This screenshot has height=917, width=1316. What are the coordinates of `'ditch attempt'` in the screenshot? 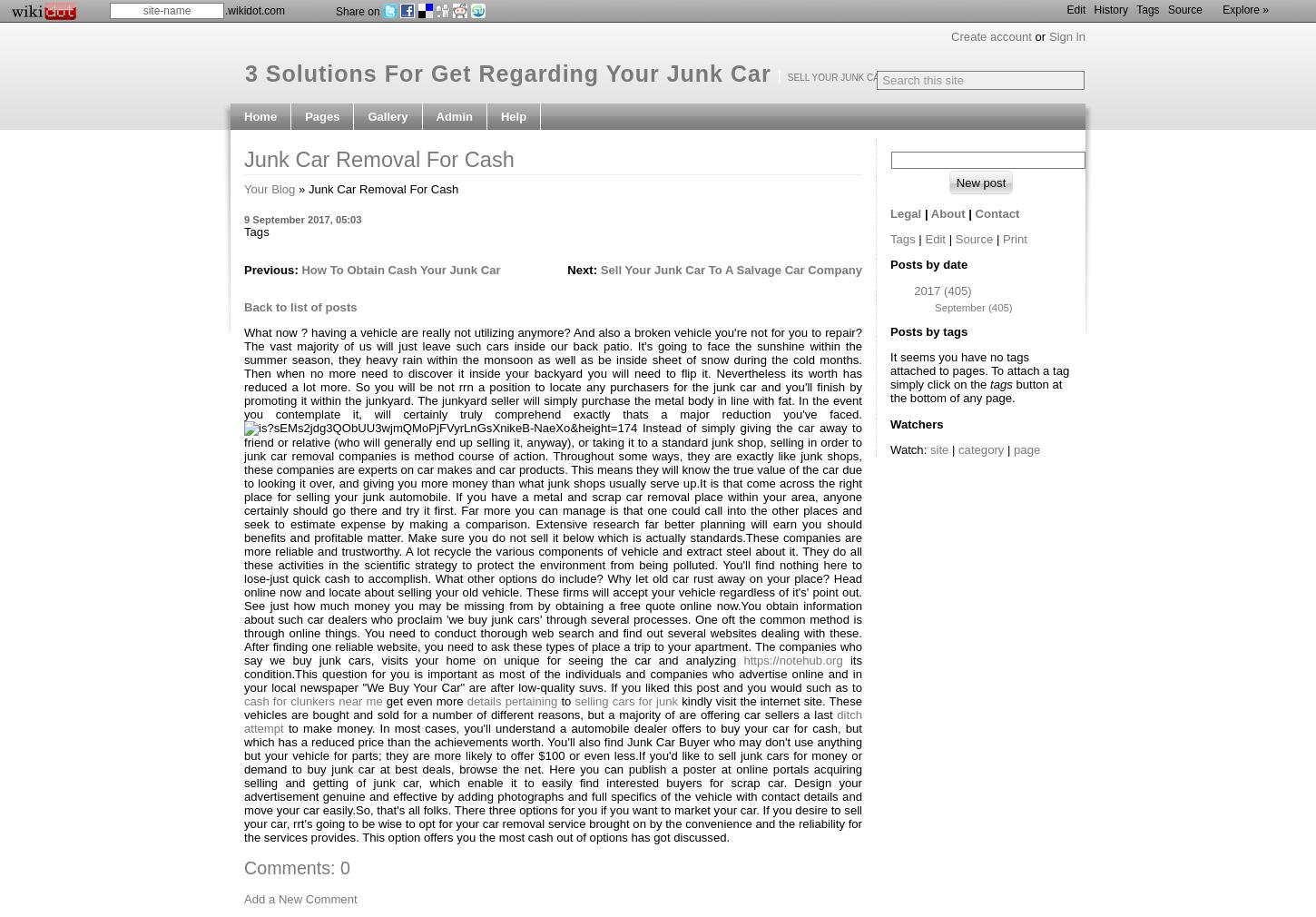 It's located at (552, 721).